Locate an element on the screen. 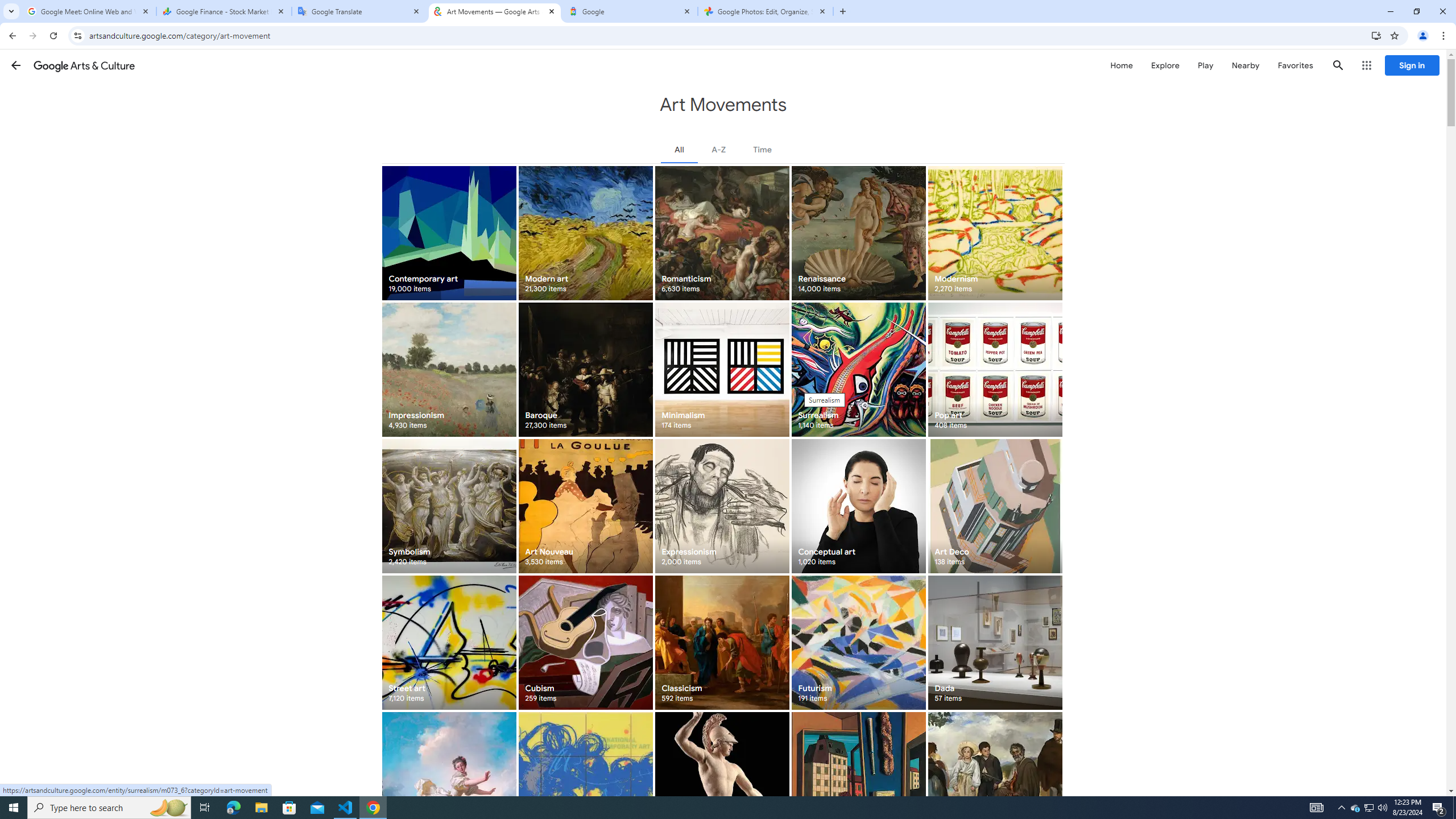  'Art Deco 138 items' is located at coordinates (994, 505).